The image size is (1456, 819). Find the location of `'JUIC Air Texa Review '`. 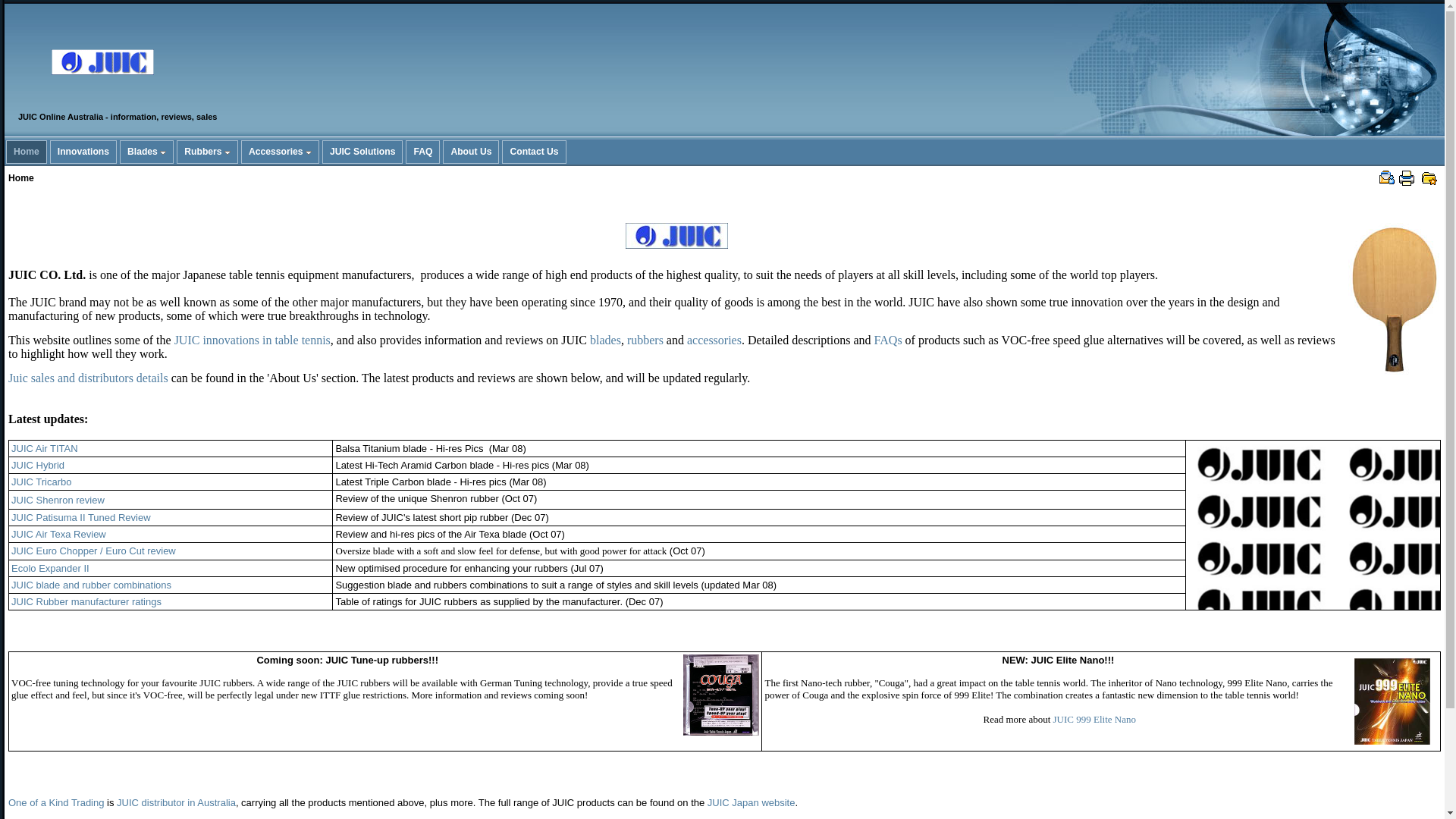

'JUIC Air Texa Review ' is located at coordinates (59, 533).